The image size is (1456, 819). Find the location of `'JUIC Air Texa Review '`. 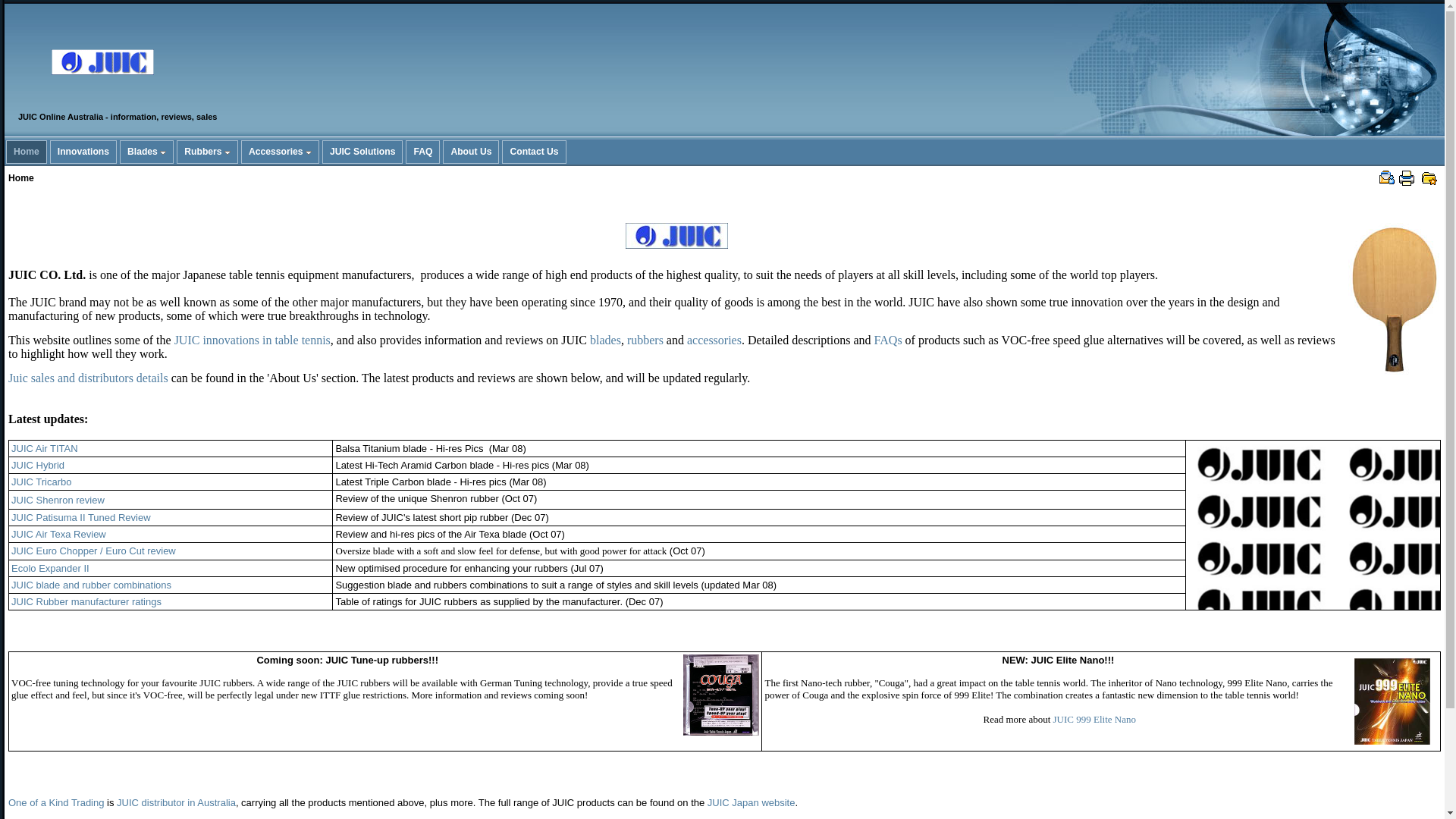

'JUIC Air Texa Review ' is located at coordinates (59, 533).